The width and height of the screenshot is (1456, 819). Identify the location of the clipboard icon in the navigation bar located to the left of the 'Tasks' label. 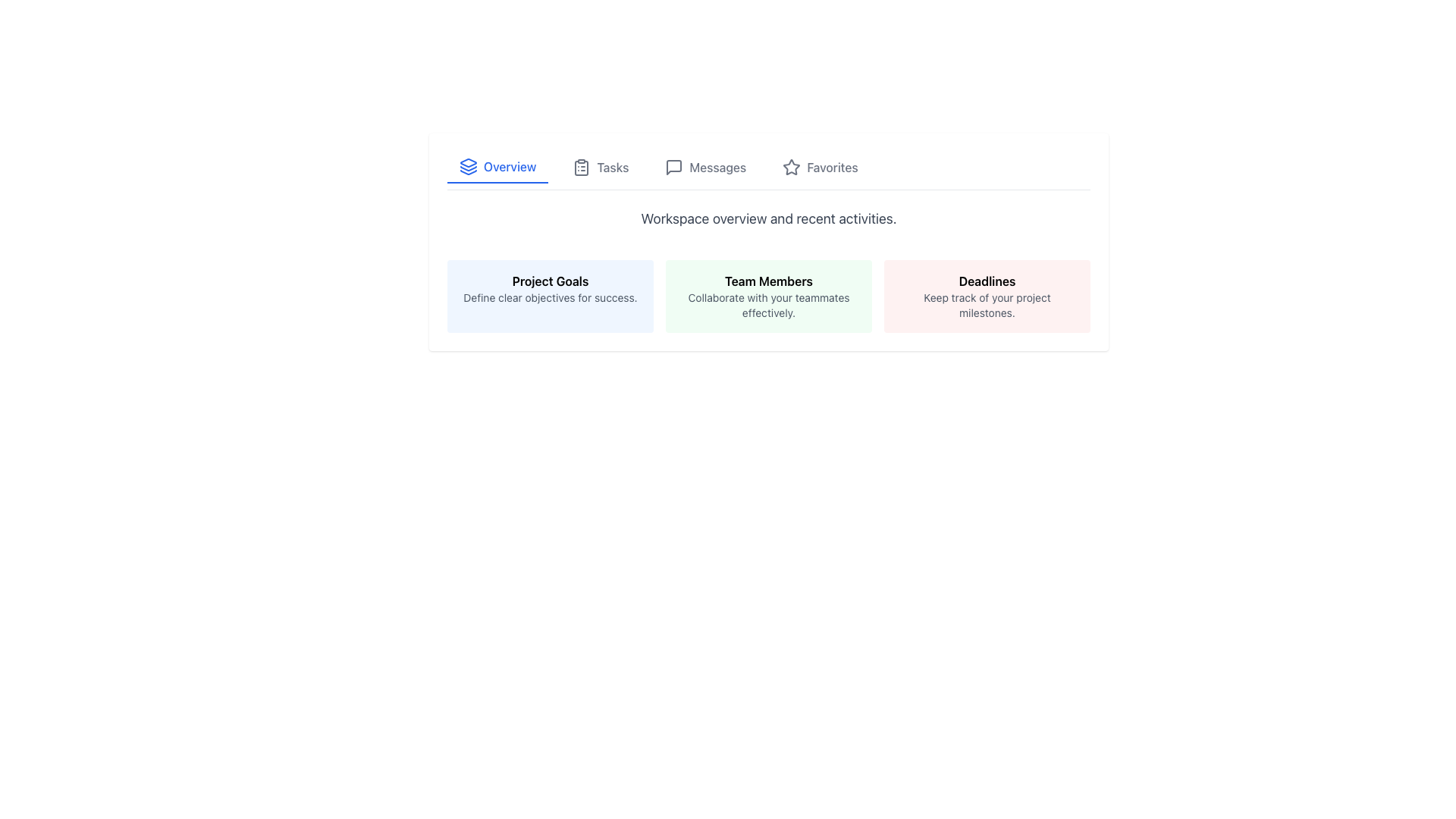
(581, 167).